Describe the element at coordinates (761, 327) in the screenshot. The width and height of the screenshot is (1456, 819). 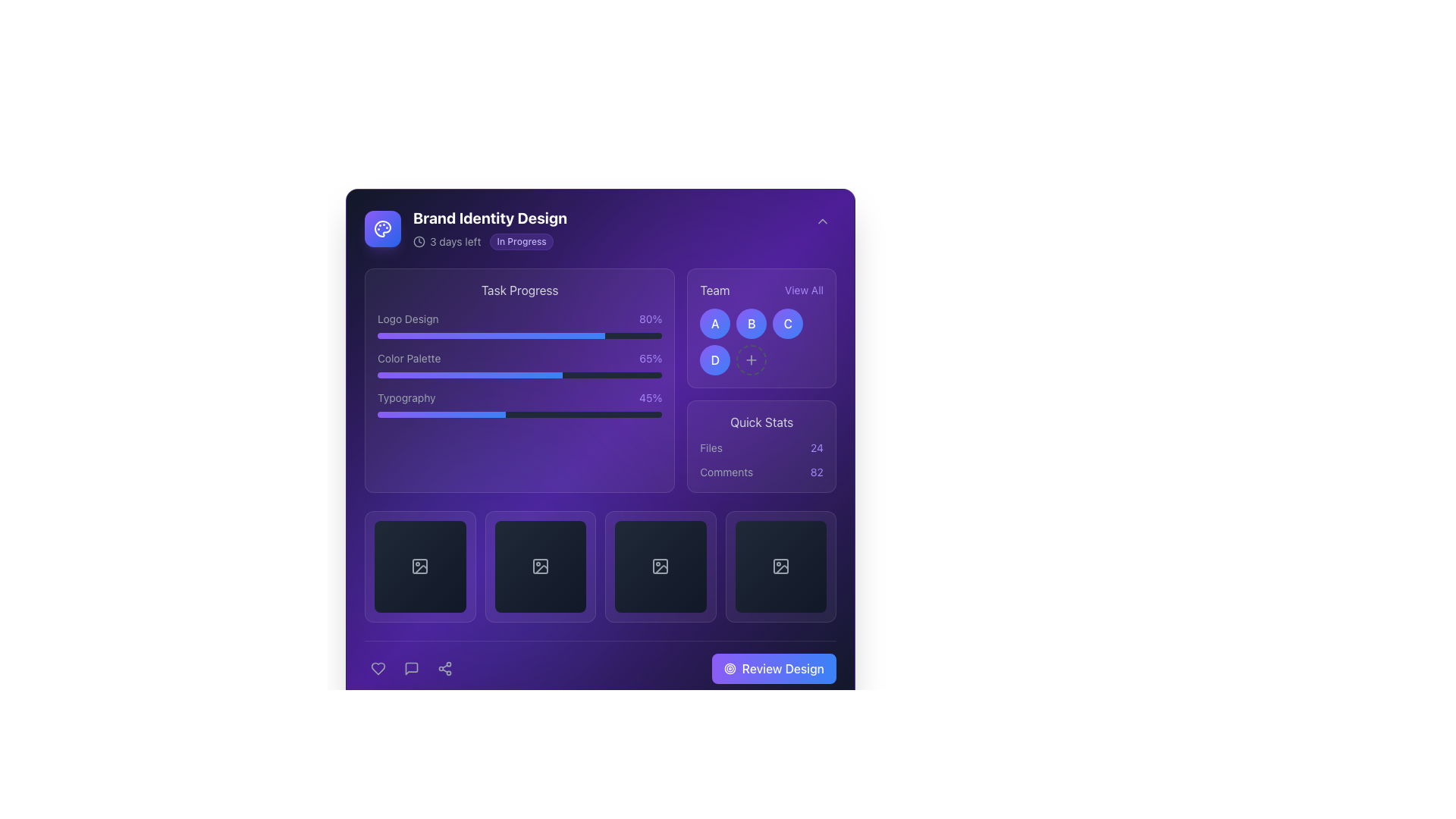
I see `the circular button labeled 'B' located under the 'Team' section, which is the second button in a grid of team member buttons` at that location.